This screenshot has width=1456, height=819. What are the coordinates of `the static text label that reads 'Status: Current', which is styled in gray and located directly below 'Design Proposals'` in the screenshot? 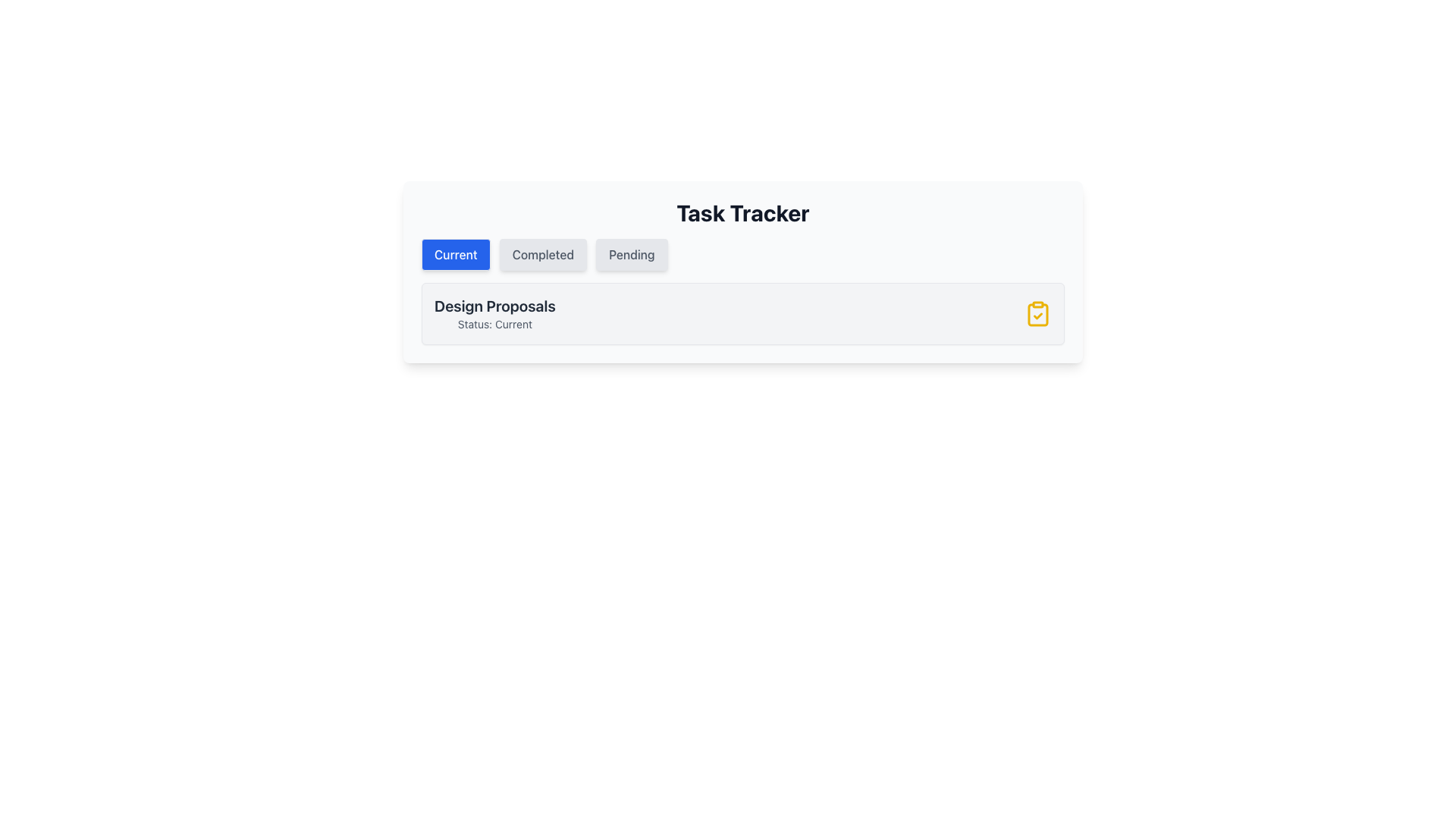 It's located at (494, 324).